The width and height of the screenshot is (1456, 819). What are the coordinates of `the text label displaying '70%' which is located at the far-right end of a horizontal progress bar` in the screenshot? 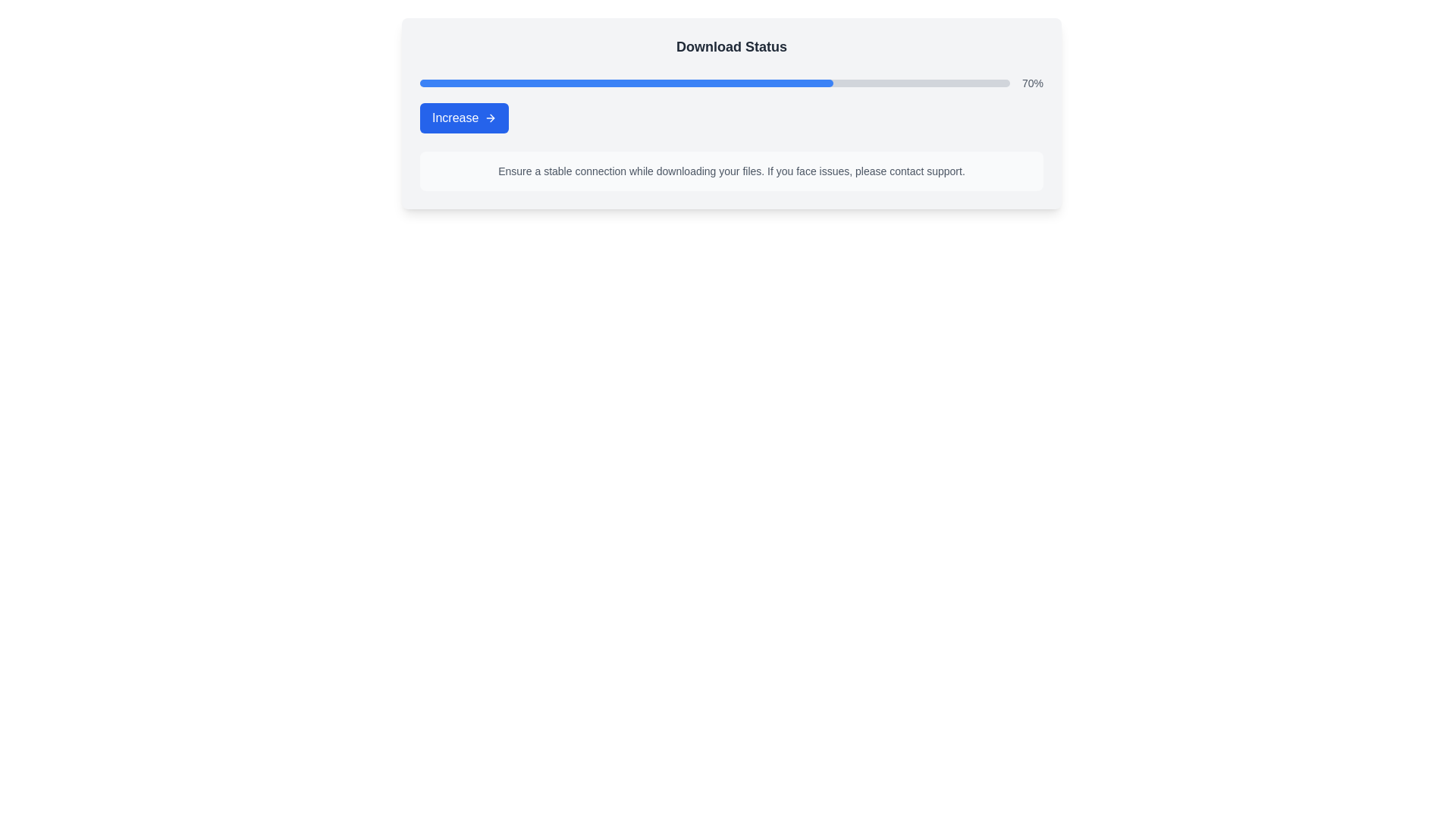 It's located at (1032, 83).